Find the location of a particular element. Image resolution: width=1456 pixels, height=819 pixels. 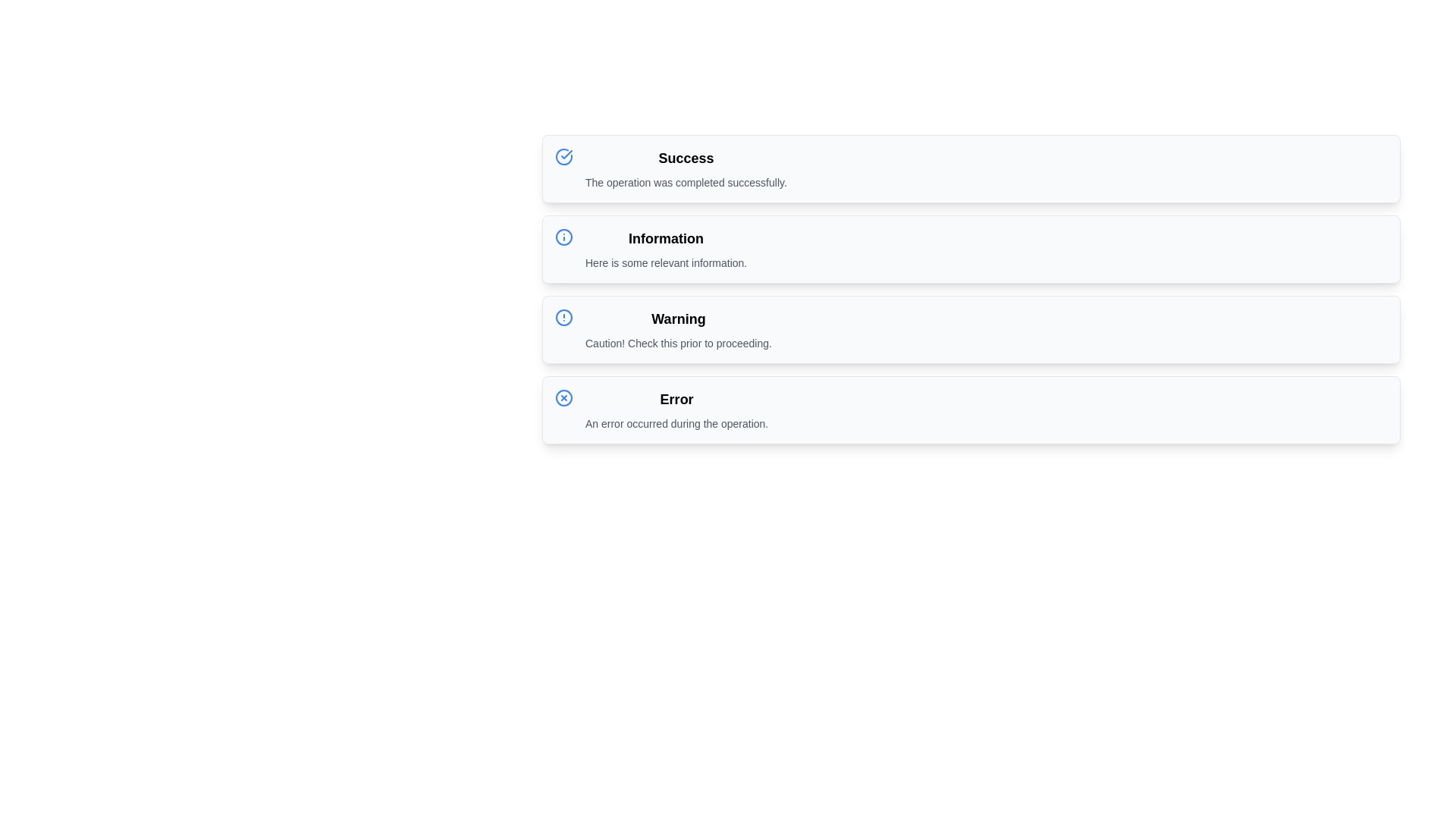

the Notification Box that indicates a successful operation, positioned at the top of the list above Information, Warning, and Error elements is located at coordinates (971, 169).